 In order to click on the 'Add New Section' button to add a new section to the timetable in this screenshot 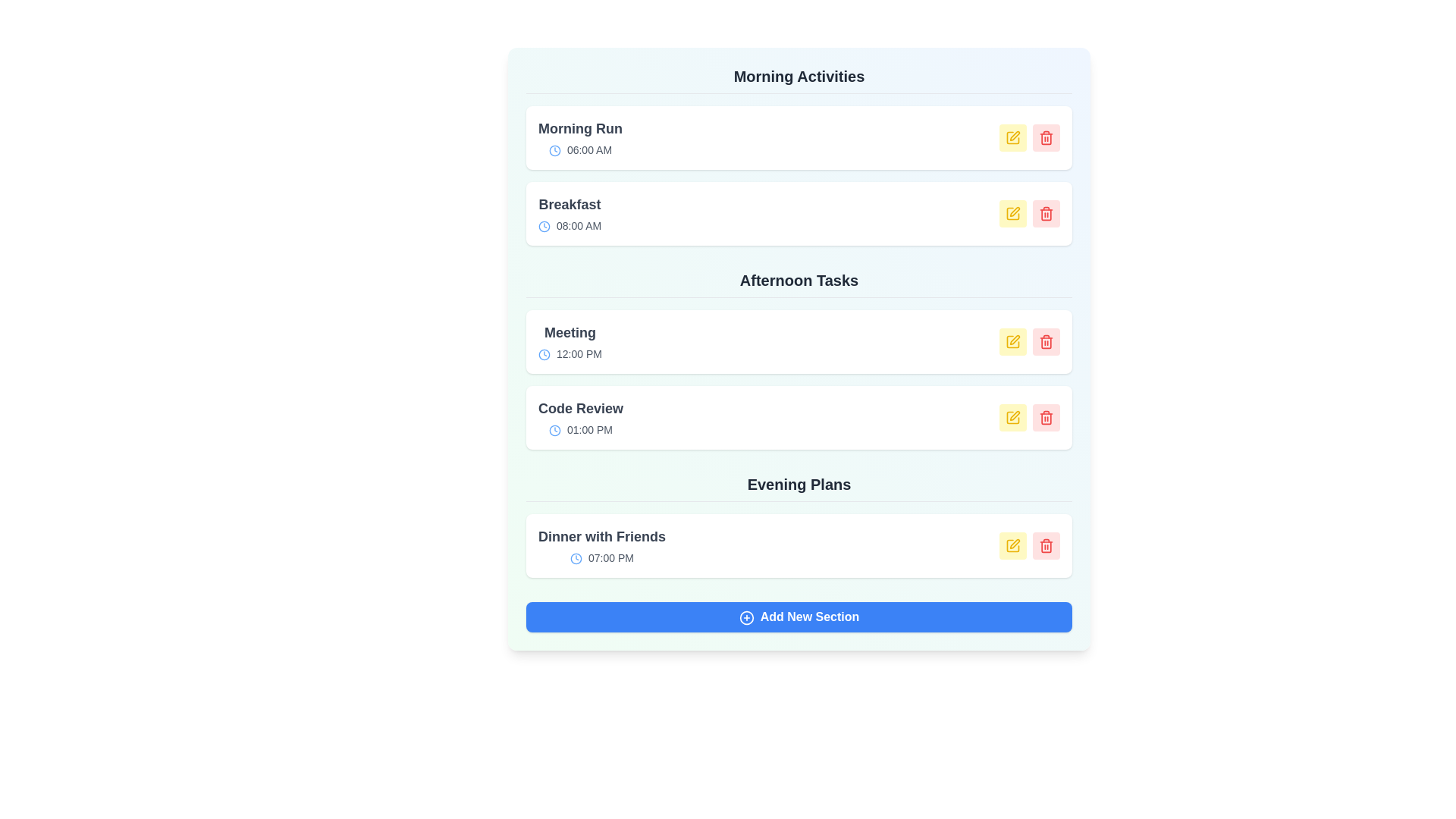, I will do `click(799, 617)`.